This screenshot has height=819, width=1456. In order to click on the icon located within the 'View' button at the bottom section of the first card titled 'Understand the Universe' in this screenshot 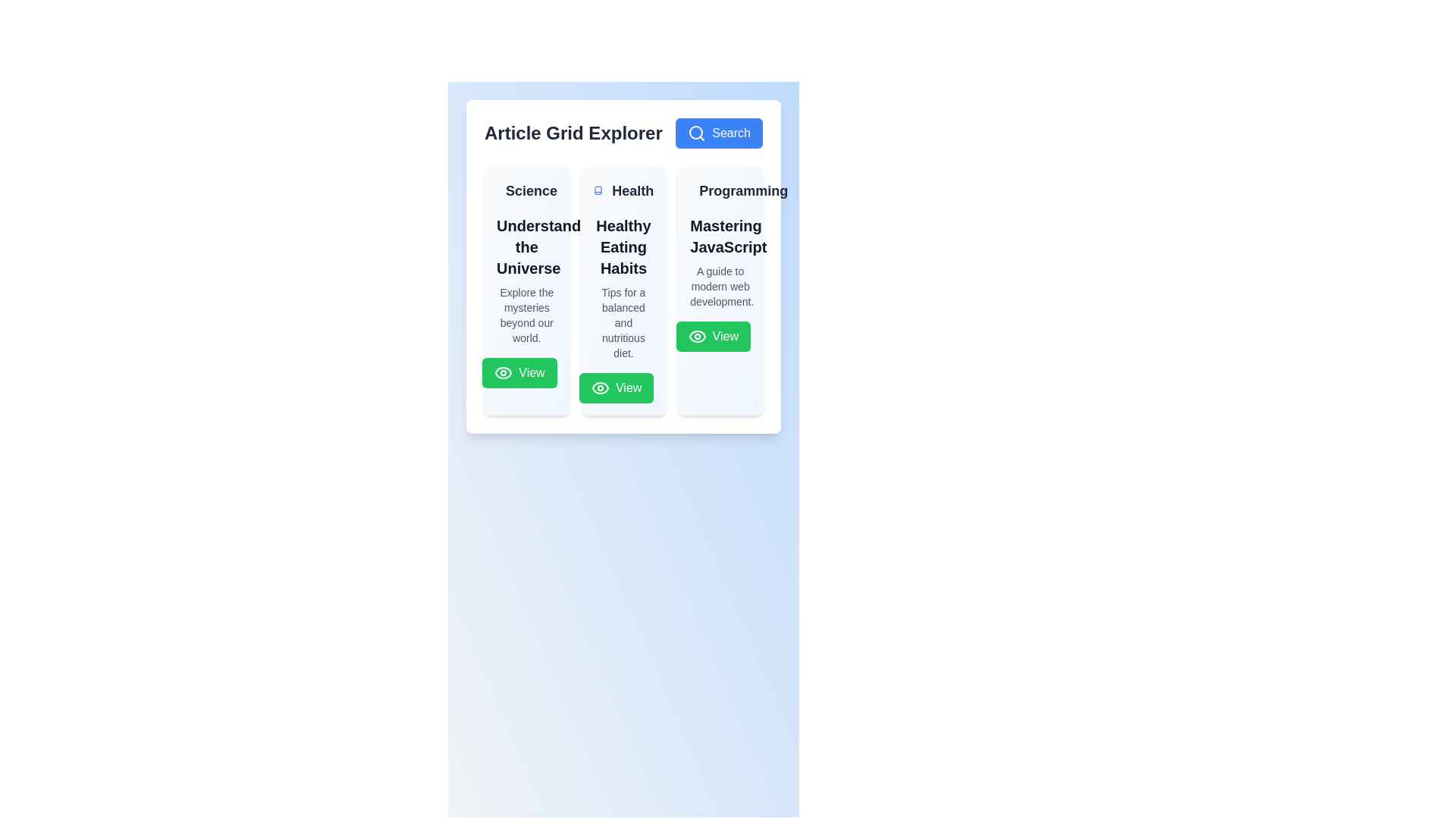, I will do `click(503, 373)`.